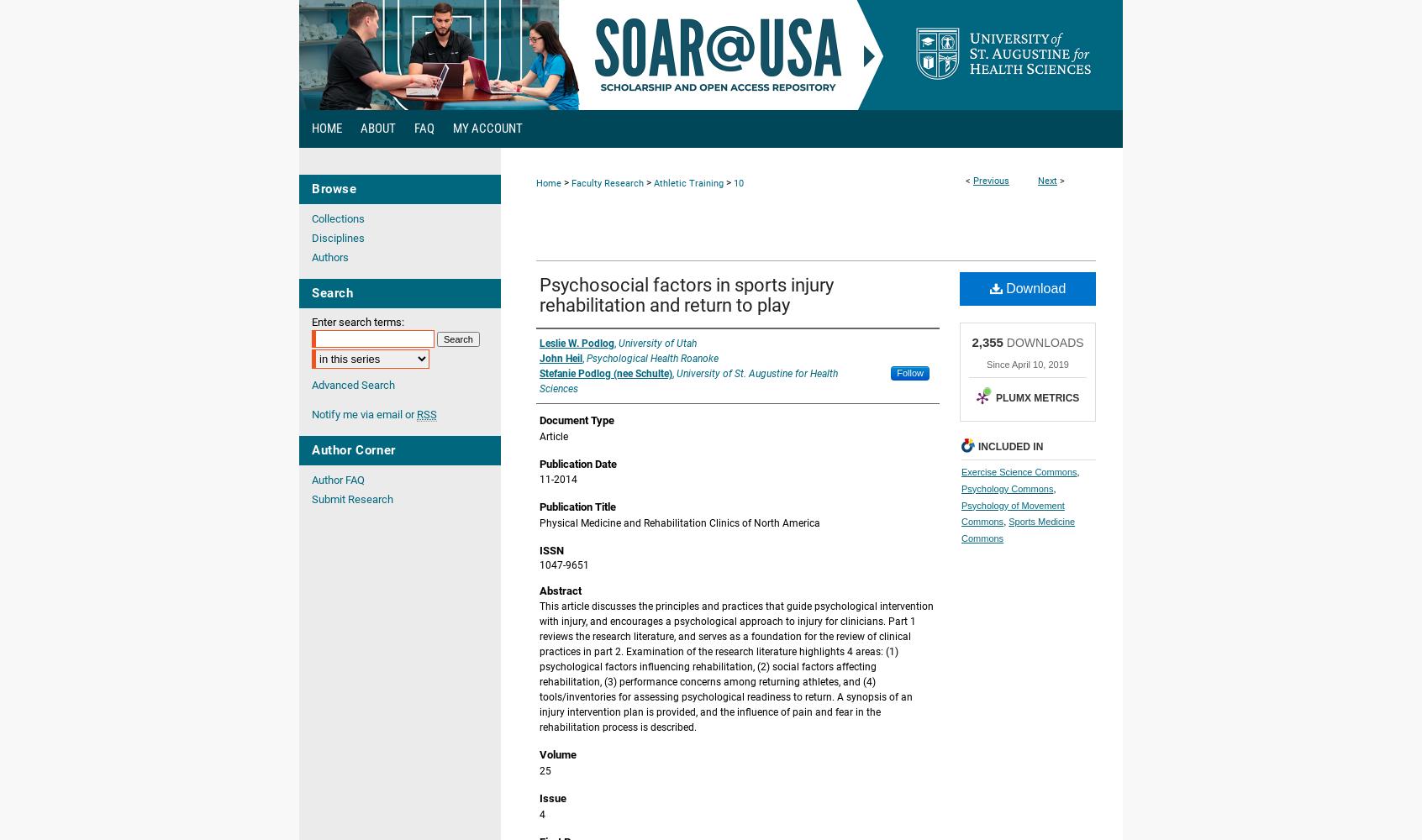 The height and width of the screenshot is (840, 1422). I want to click on 'This article discusses the principles and practices that guide psychological intervention with injury, and encourages a psychological approach to injury for clinicians. Part 1 reviews the research literature, and serves as a foundation for the review of clinical practices in part 2. Examination of the research literature highlights 4 areas: (1) psychological factors influencing rehabilitation, (2) social factors affecting rehabilitation, (3) performance concerns among returning athletes, and (4) tools/inventories for assessing psychological readiness to return. A synopsis of an injury intervention plan is provided, and the influence of pain and fear in the rehabilitation process is described.', so click(735, 667).